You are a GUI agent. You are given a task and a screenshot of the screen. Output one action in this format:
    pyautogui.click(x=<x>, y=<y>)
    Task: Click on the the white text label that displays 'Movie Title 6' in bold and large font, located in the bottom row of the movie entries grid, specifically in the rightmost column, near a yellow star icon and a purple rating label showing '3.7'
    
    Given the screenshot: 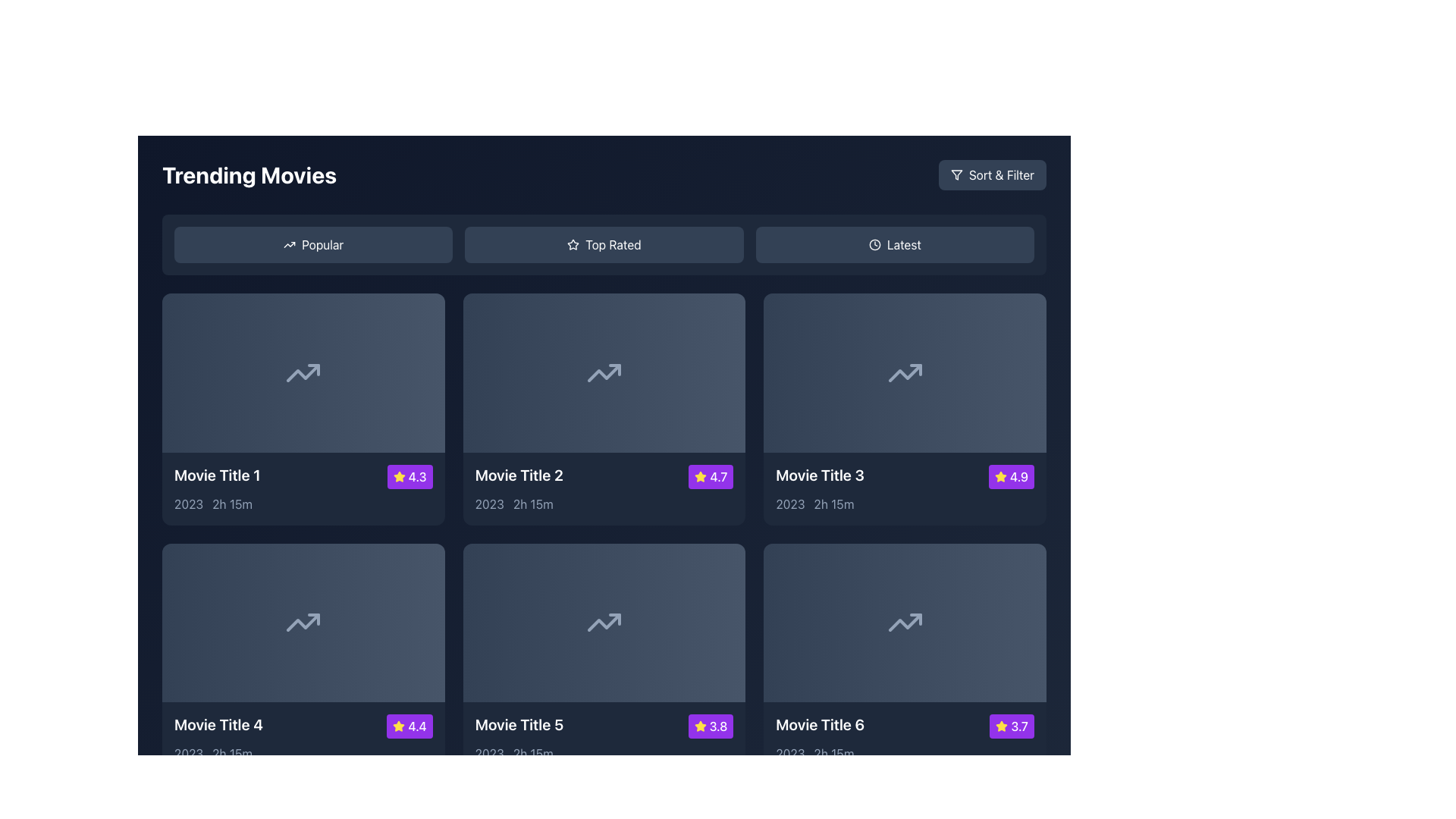 What is the action you would take?
    pyautogui.click(x=819, y=724)
    